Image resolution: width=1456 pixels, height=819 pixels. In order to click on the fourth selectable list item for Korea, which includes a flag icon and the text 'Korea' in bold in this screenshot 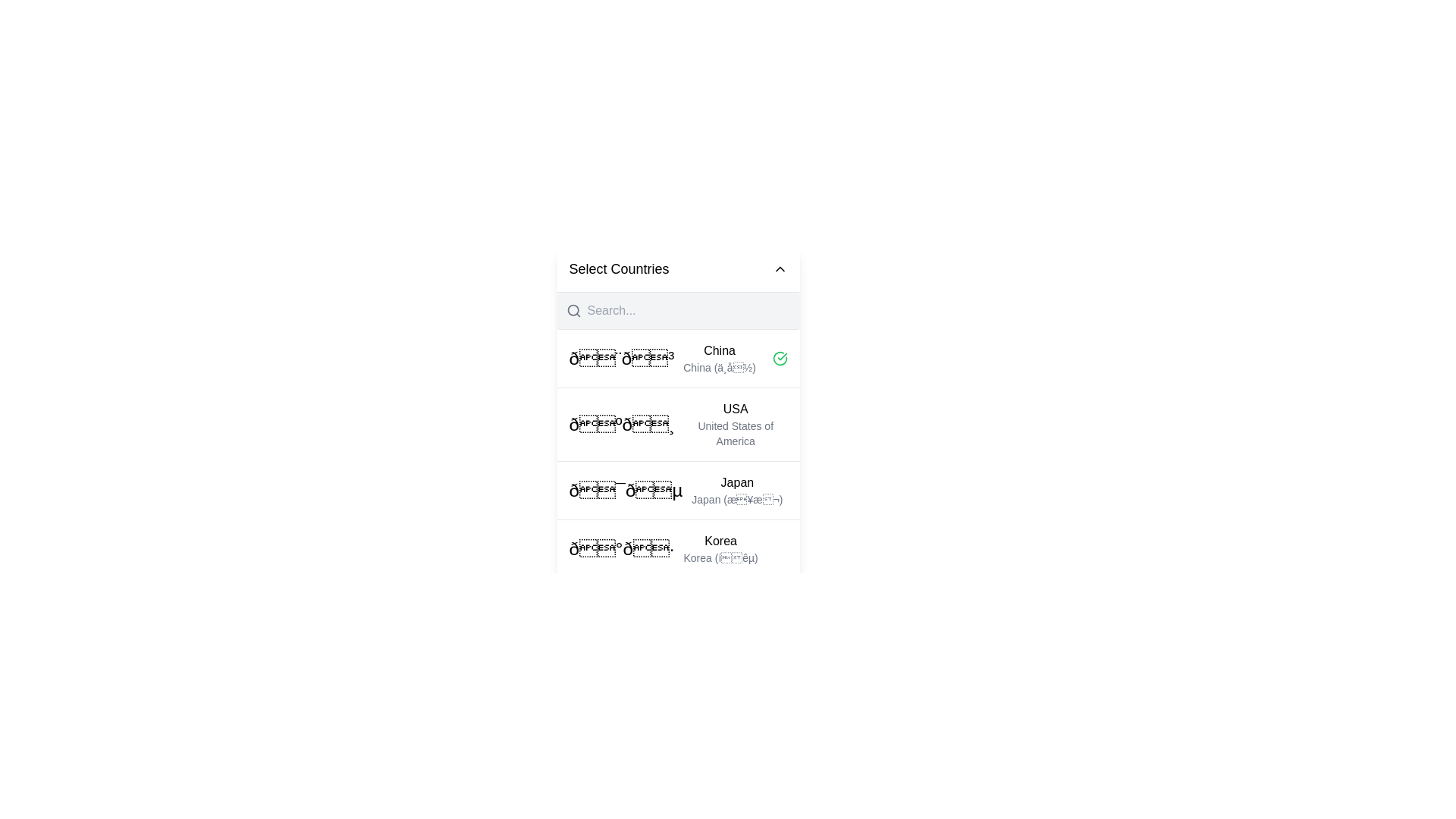, I will do `click(664, 549)`.